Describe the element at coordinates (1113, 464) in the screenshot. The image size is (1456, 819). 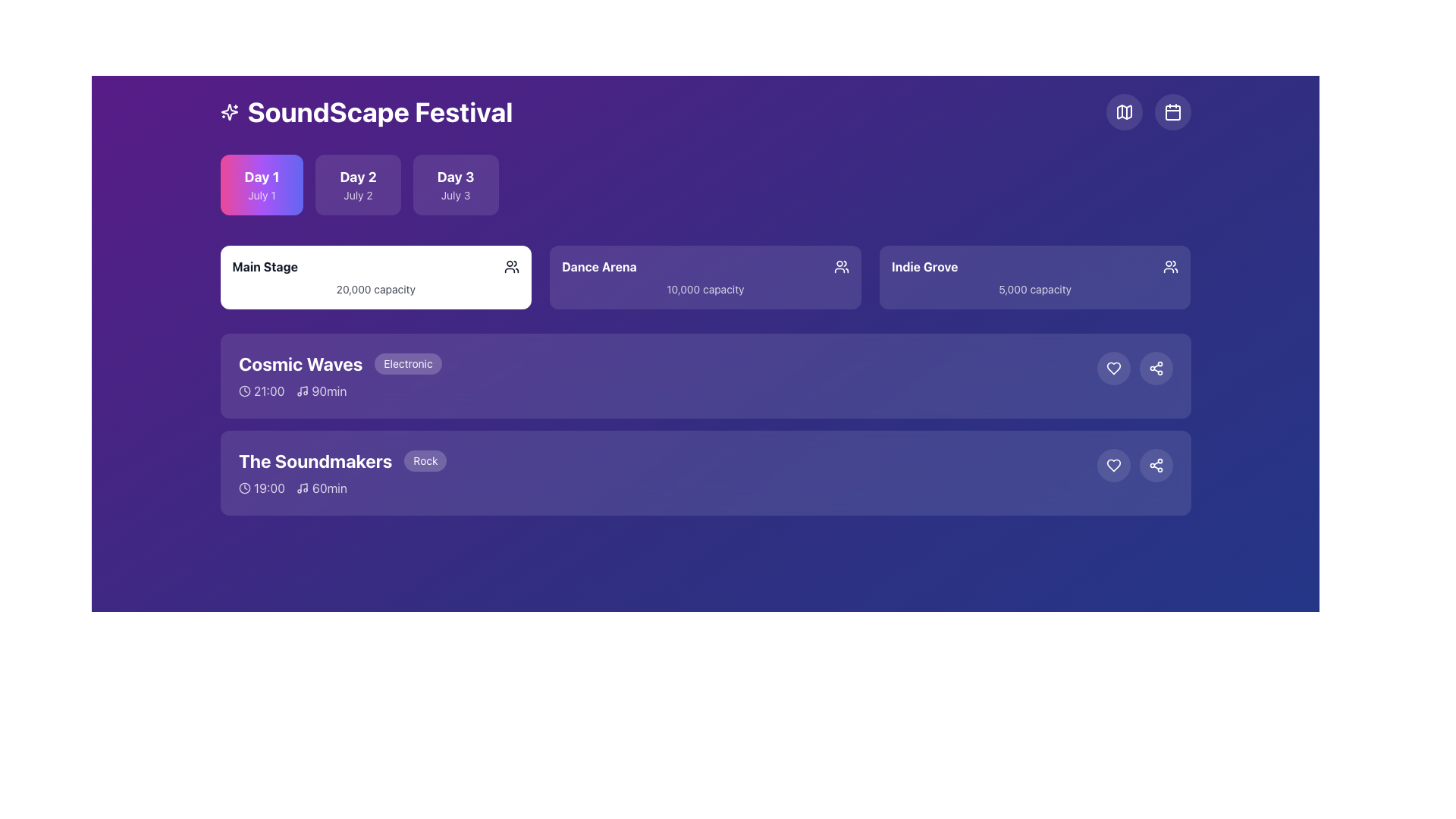
I see `the circular button with a heart symbol outlined in white, located in the lower row card section 'The Soundmakers', to observe styling changes` at that location.